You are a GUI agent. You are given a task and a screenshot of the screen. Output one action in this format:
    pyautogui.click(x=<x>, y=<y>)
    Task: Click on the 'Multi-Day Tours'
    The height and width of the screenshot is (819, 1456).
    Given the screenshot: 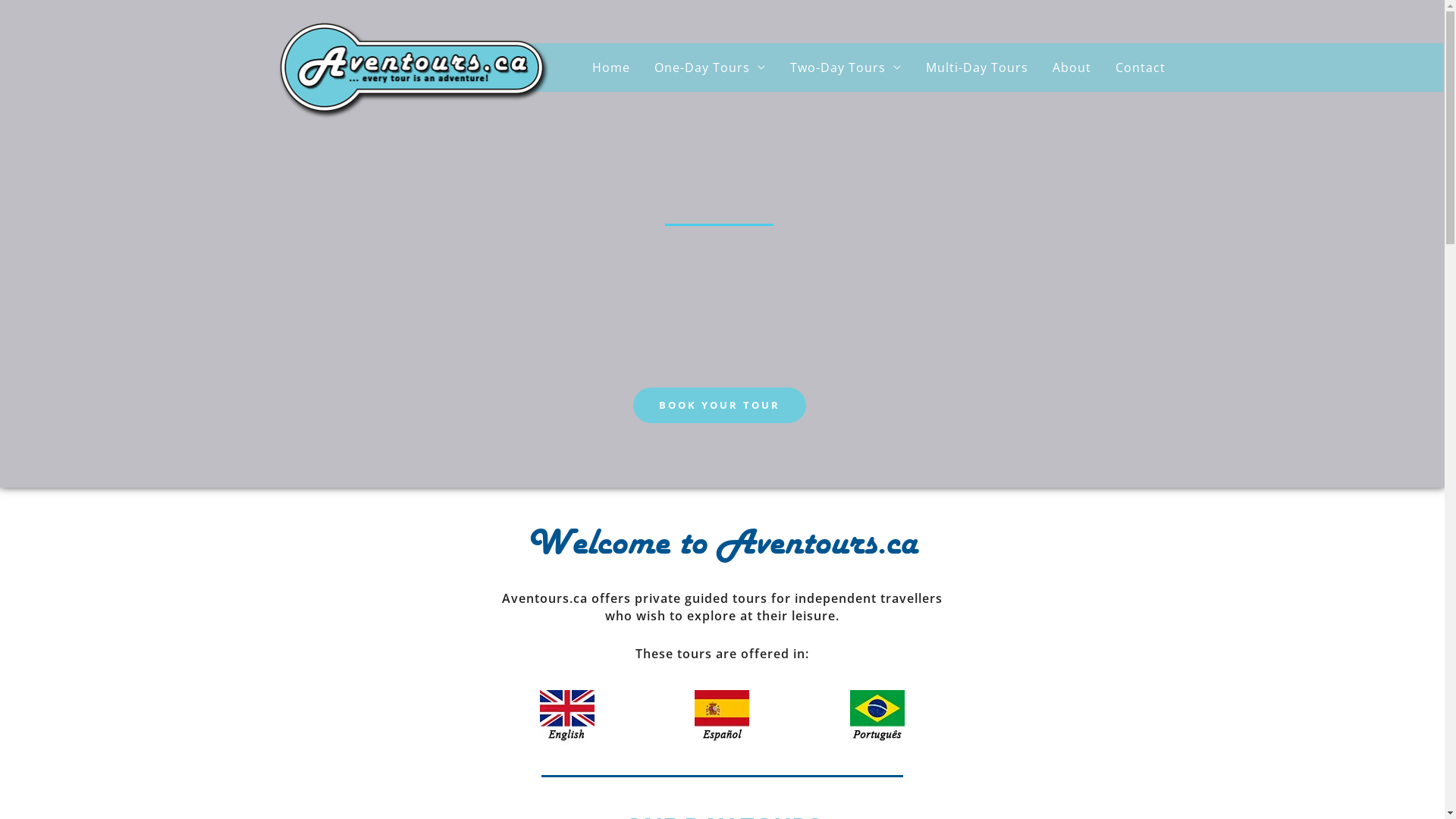 What is the action you would take?
    pyautogui.click(x=976, y=66)
    